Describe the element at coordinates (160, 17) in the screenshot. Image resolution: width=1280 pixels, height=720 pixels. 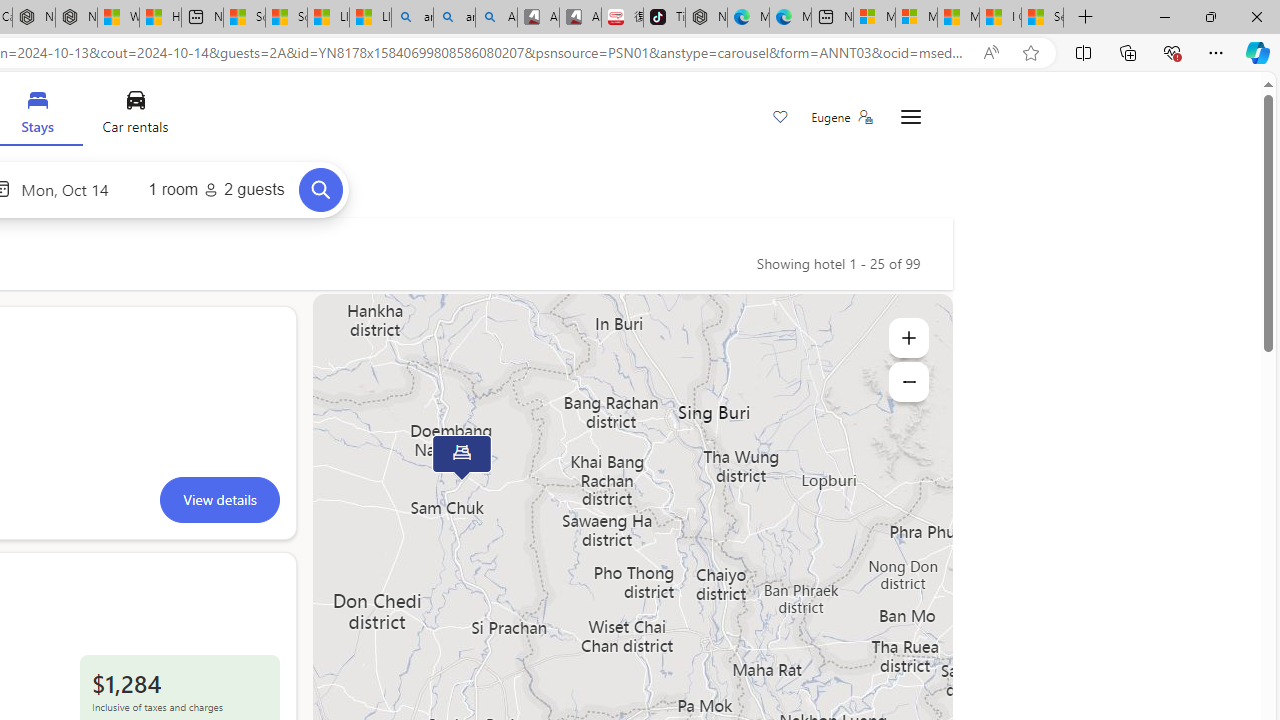
I see `'Huge shark washes ashore at New York City beach | Watch'` at that location.